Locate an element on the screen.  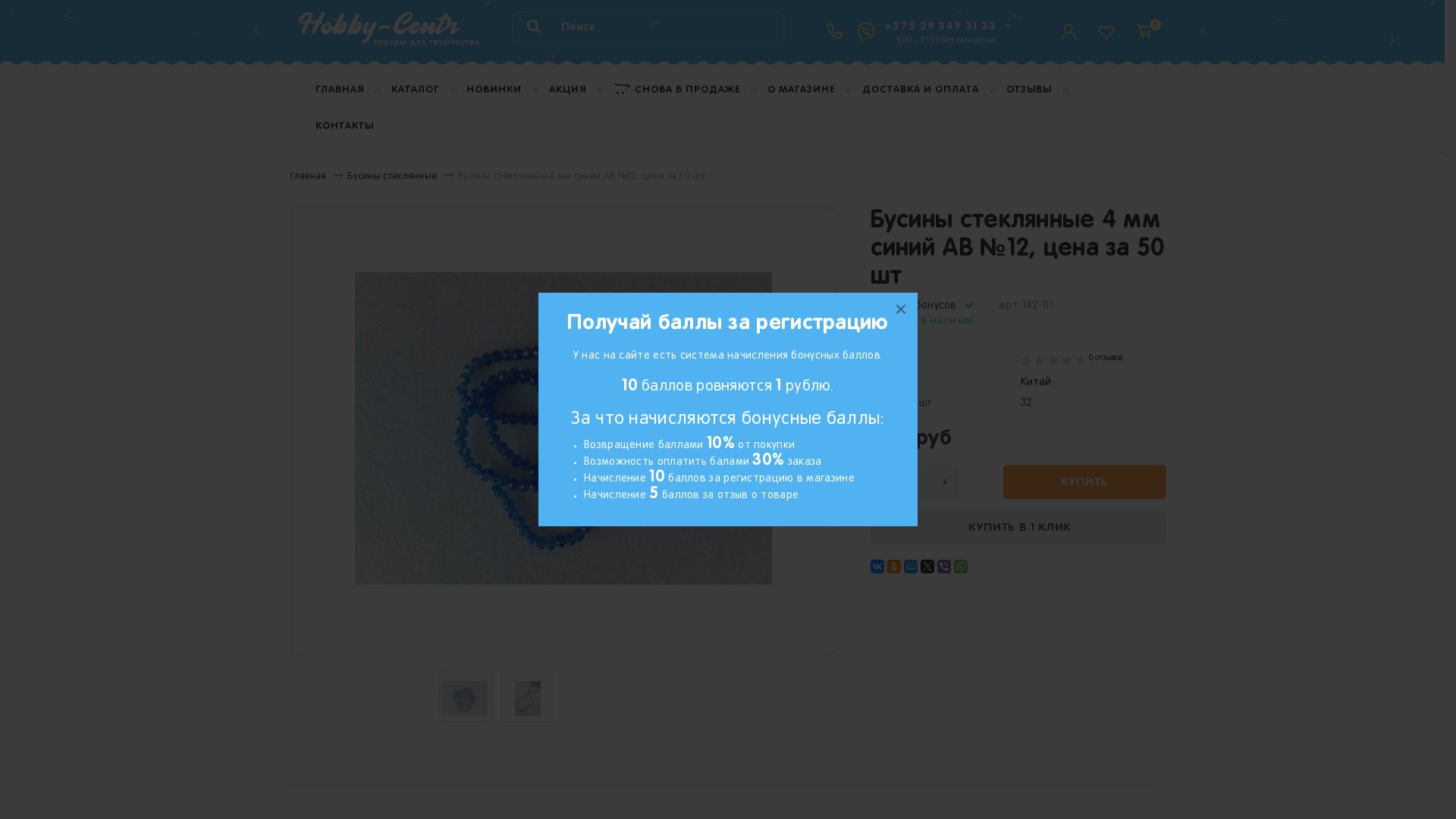
'WhatsApp' is located at coordinates (960, 566).